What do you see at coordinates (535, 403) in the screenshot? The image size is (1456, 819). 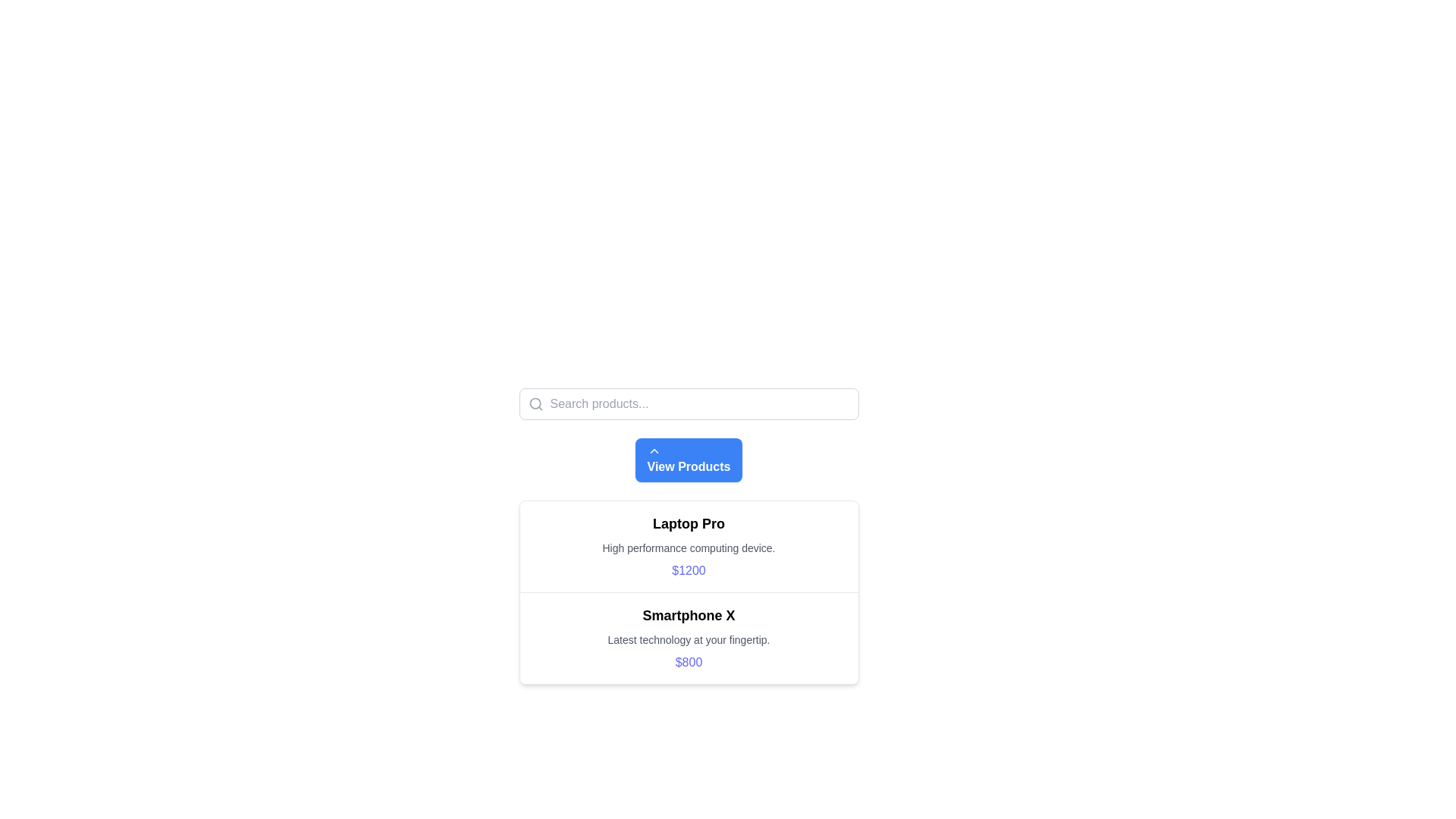 I see `the search icon located on the left side of the search input box at the top center of the page, which serves as a visual indicator for entering search queries` at bounding box center [535, 403].